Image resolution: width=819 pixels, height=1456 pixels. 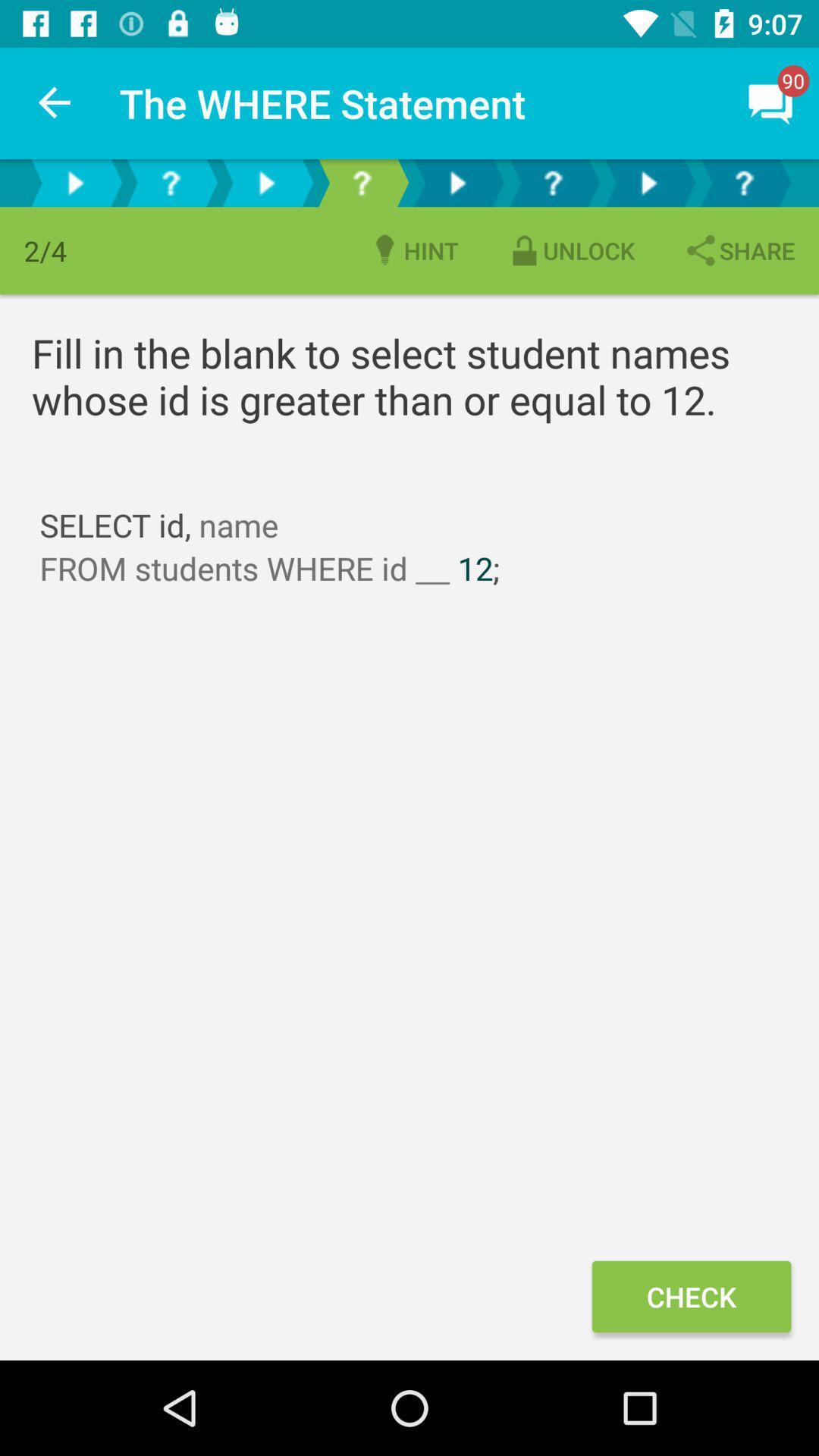 What do you see at coordinates (553, 182) in the screenshot?
I see `to move on the third question in a series of questions` at bounding box center [553, 182].